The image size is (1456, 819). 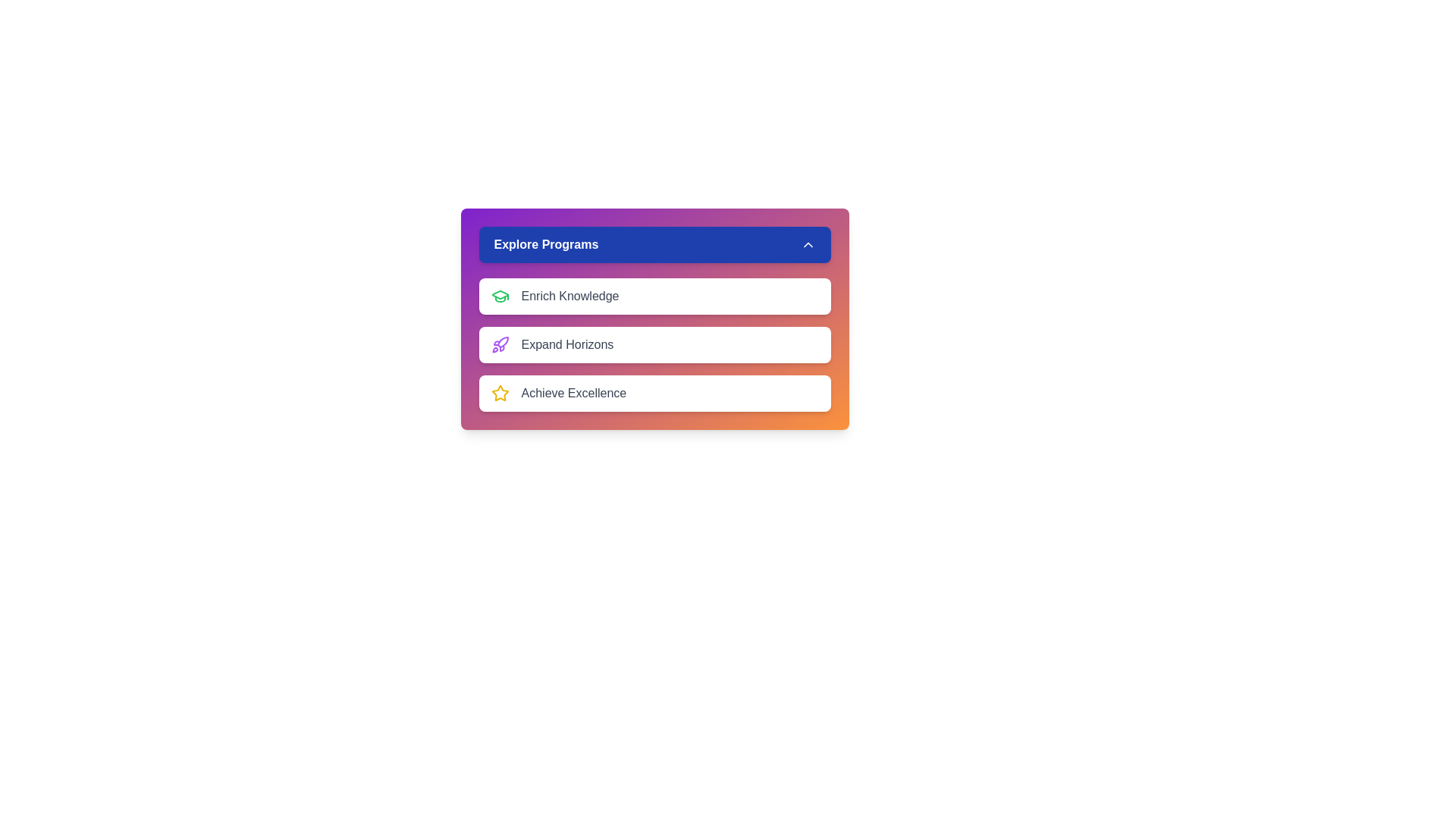 I want to click on the 'Expand Horizons' button, which is the second button in a vertical arrangement between 'Enrich Knowledge' and 'Achieve Excellence', so click(x=654, y=345).